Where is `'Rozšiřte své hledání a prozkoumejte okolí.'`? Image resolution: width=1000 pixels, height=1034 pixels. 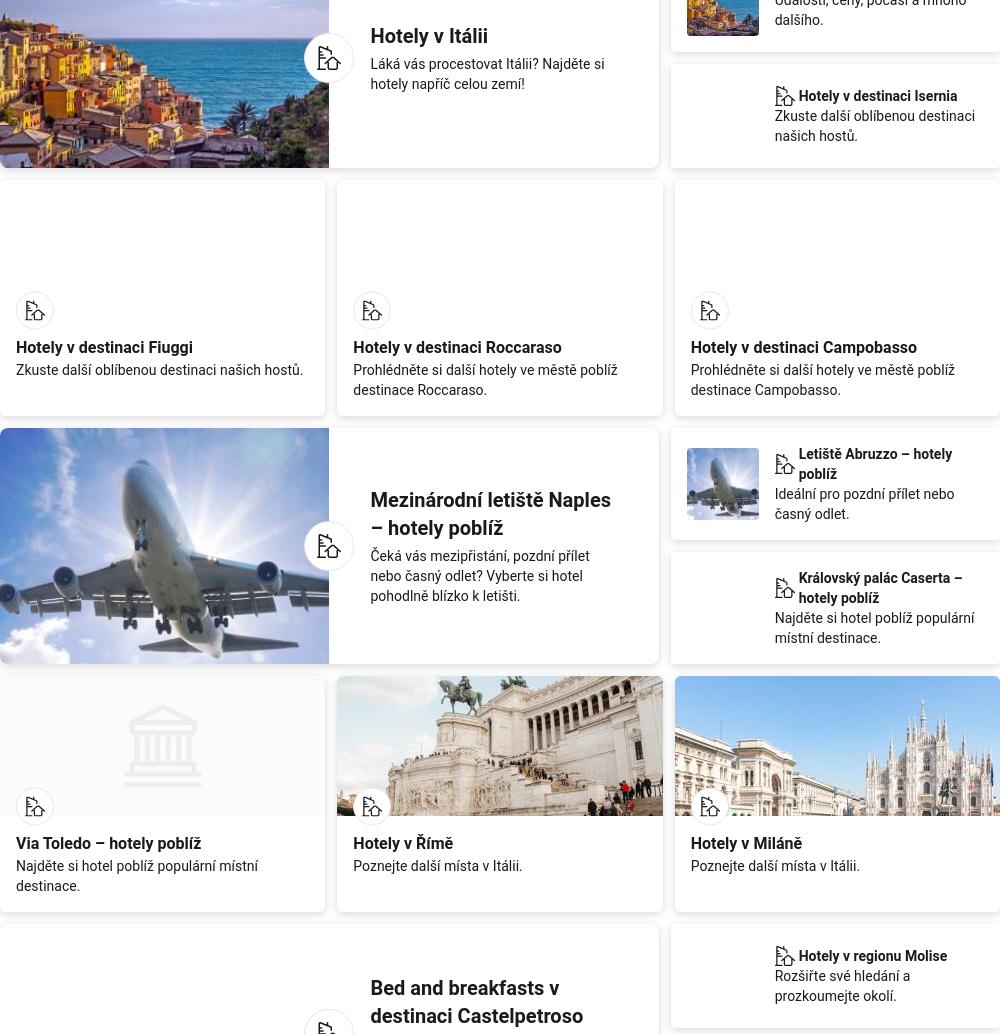
'Rozšiřte své hledání a prozkoumejte okolí.' is located at coordinates (841, 983).